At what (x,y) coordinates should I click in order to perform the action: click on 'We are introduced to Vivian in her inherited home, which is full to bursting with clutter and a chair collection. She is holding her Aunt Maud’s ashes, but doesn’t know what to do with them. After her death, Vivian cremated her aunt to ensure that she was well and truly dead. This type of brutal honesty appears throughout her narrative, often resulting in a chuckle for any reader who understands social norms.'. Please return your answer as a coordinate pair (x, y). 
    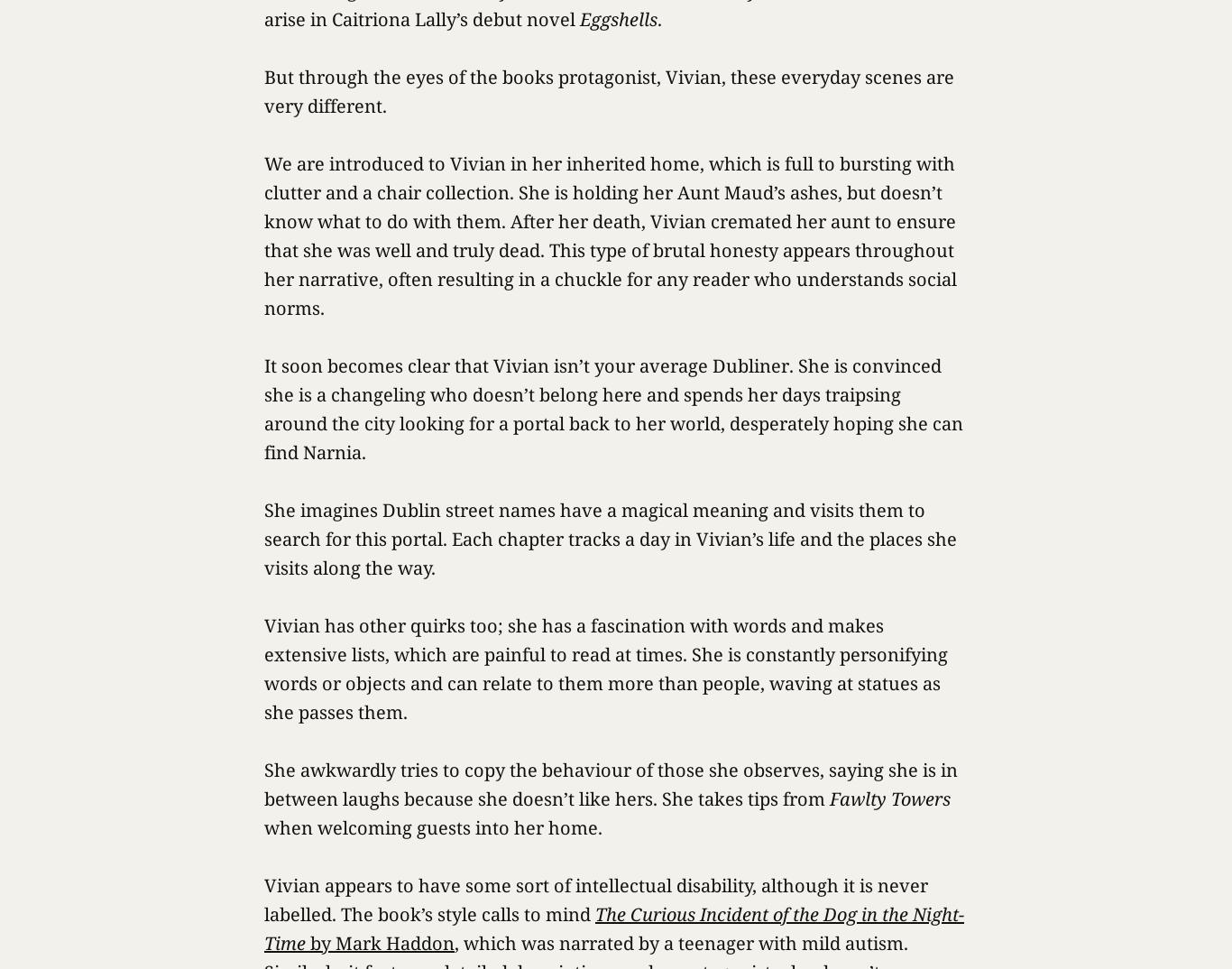
    Looking at the image, I should click on (609, 235).